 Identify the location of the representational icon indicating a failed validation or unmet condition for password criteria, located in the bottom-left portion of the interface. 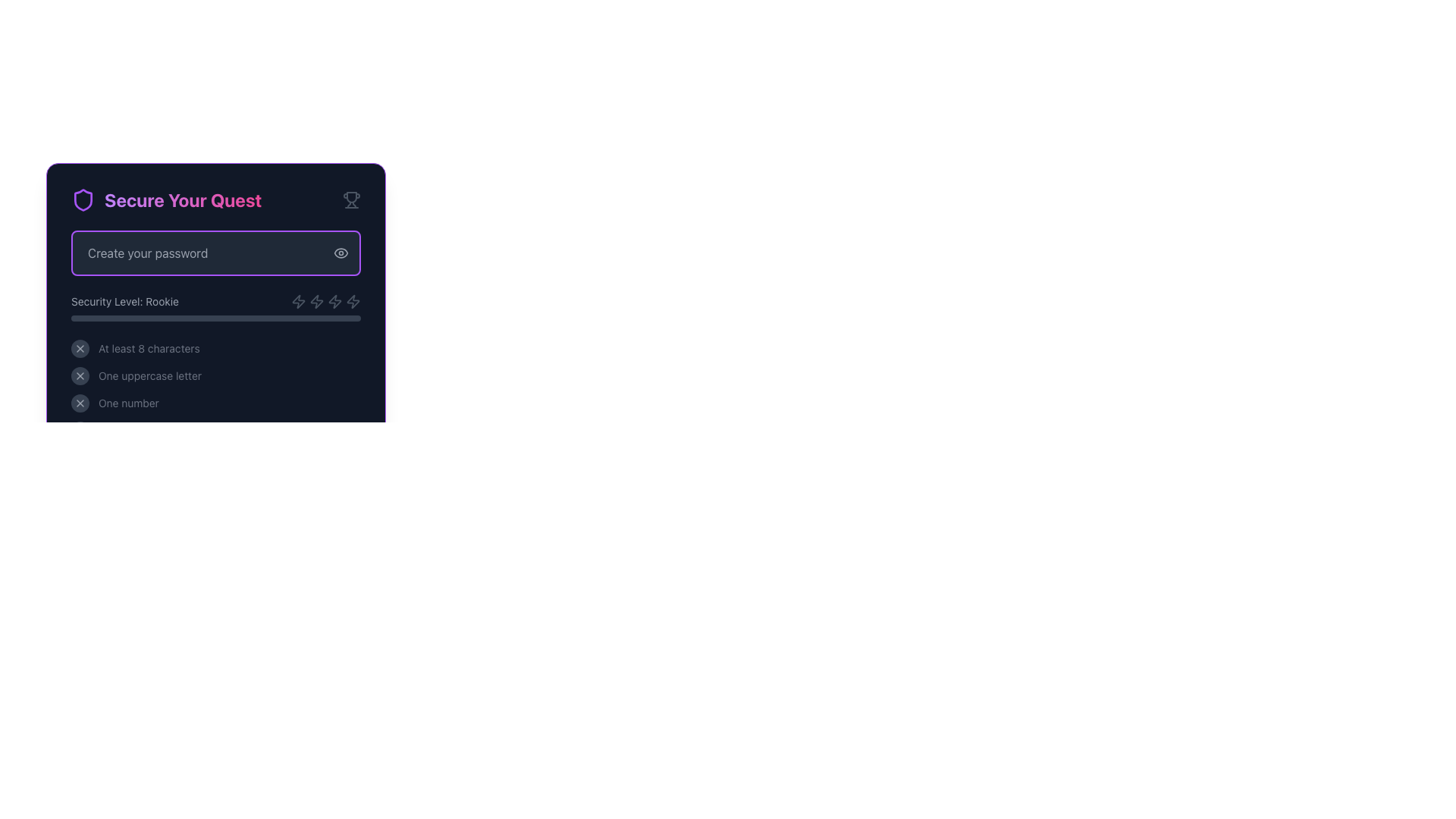
(79, 348).